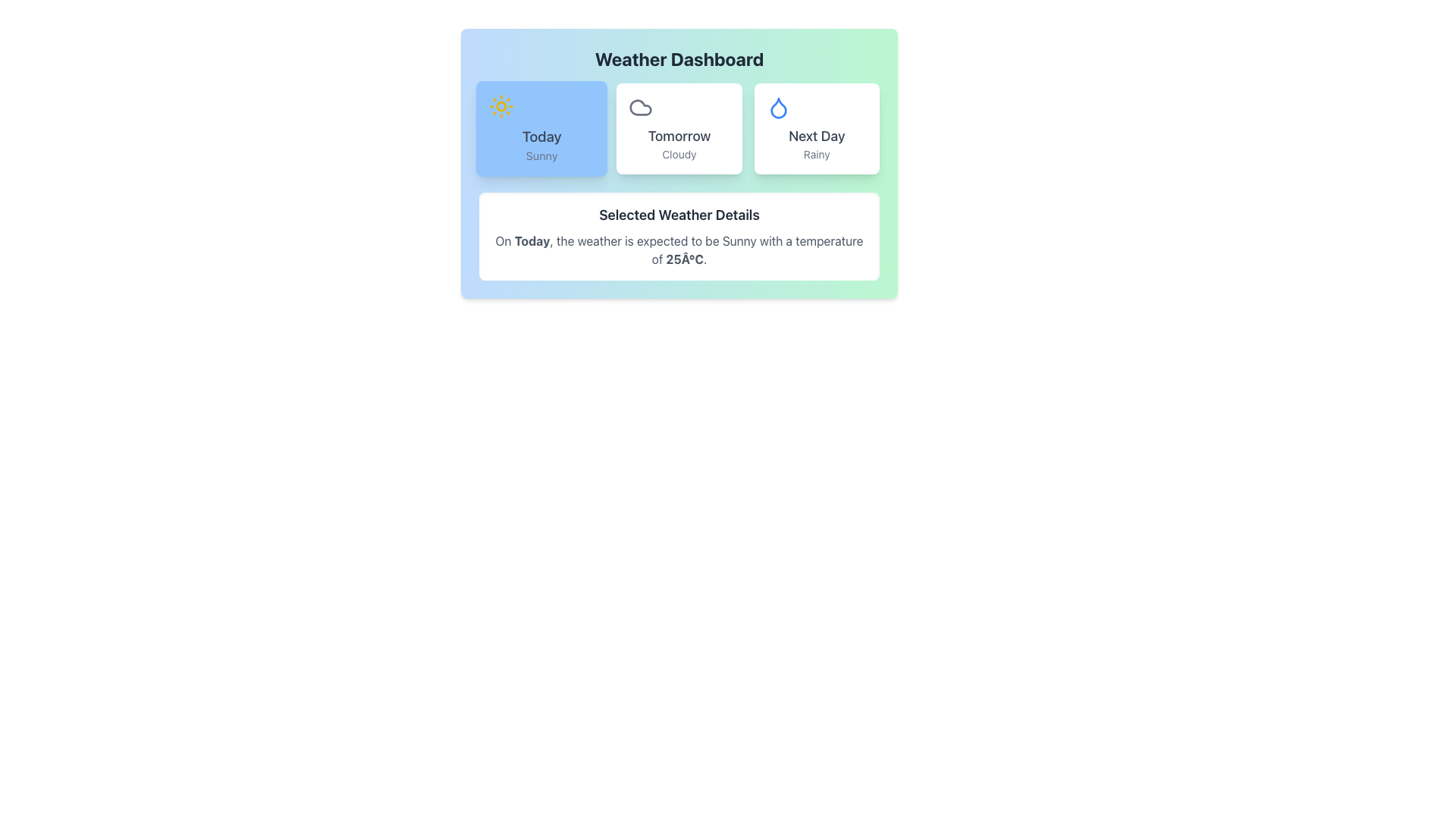 The height and width of the screenshot is (819, 1456). Describe the element at coordinates (778, 107) in the screenshot. I see `the blue droplet-like graphic icon located within the 'Next Day' card in the Weather Dashboard` at that location.